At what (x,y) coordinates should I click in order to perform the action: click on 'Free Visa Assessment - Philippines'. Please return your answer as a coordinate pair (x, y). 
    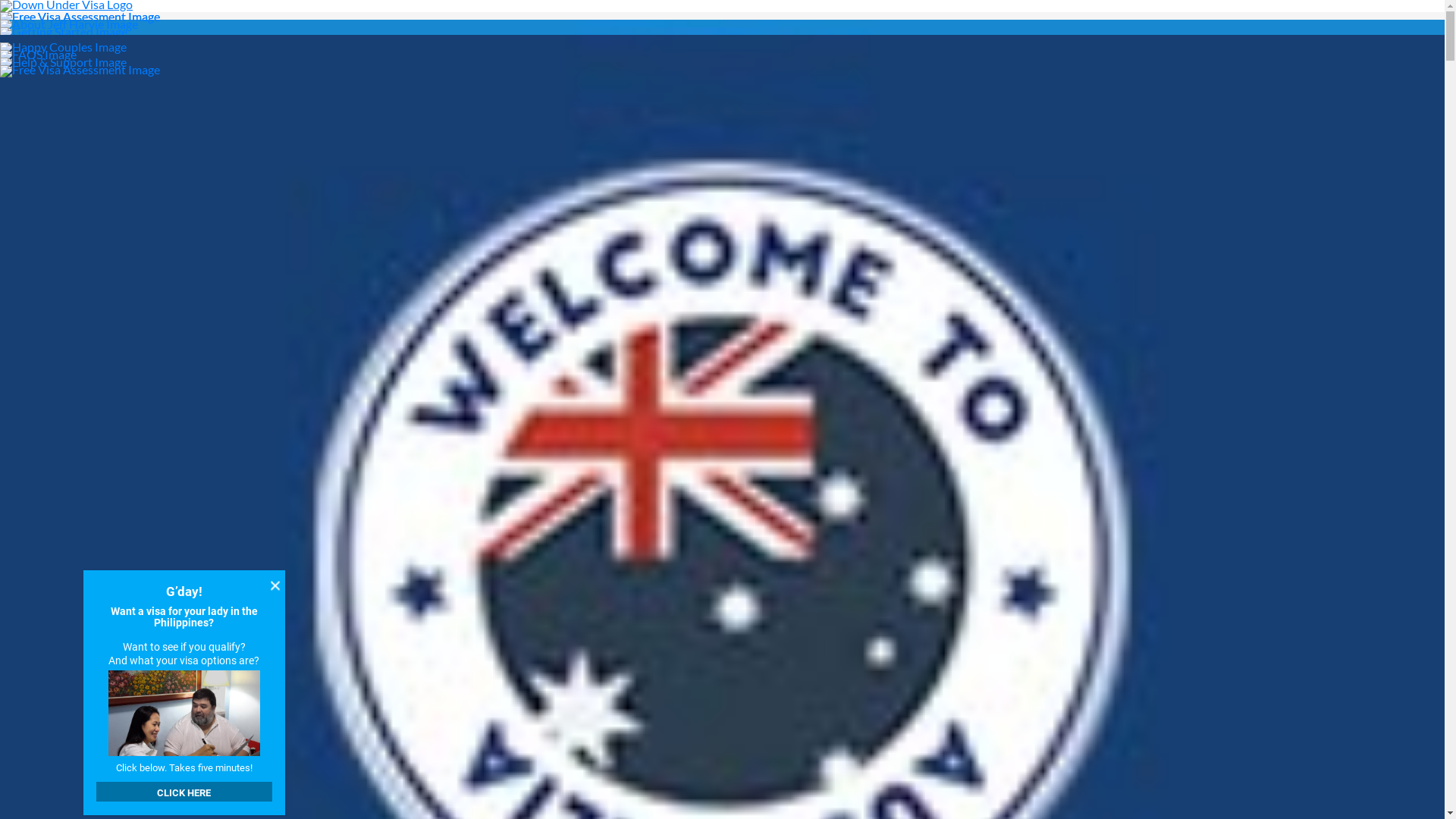
    Looking at the image, I should click on (0, 15).